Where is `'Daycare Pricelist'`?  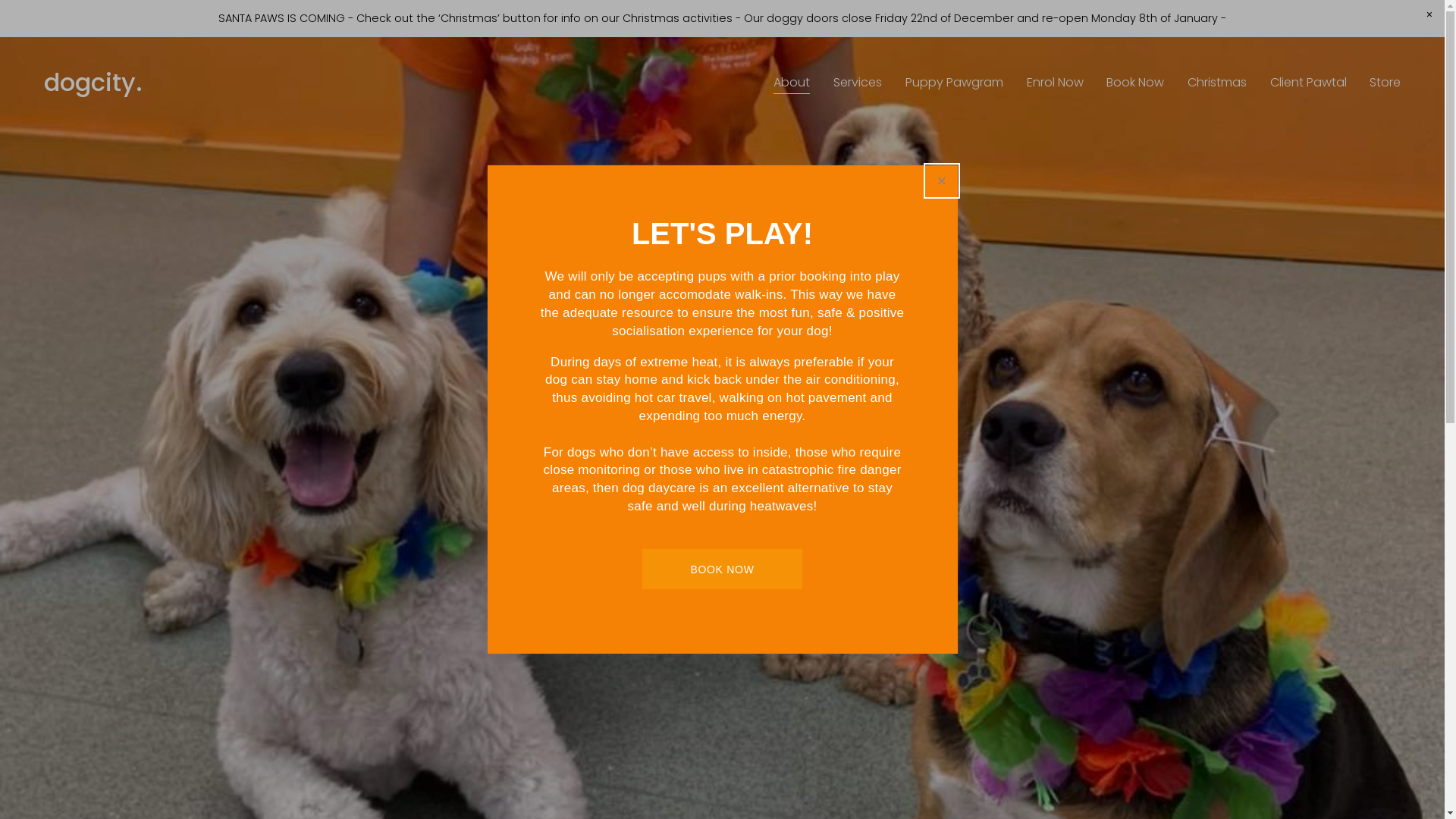 'Daycare Pricelist' is located at coordinates (626, 543).